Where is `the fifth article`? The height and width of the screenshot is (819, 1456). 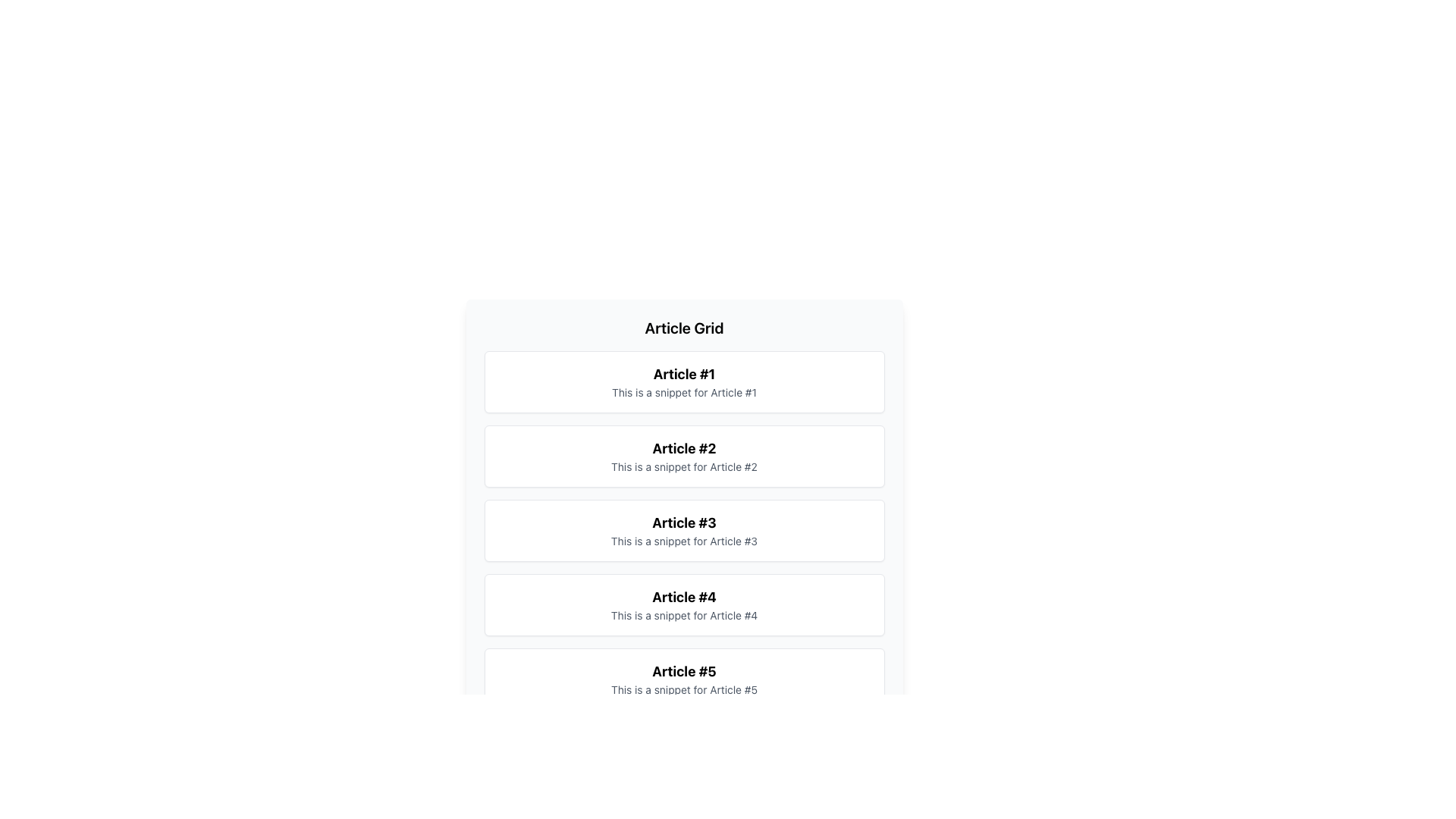
the fifth article is located at coordinates (683, 671).